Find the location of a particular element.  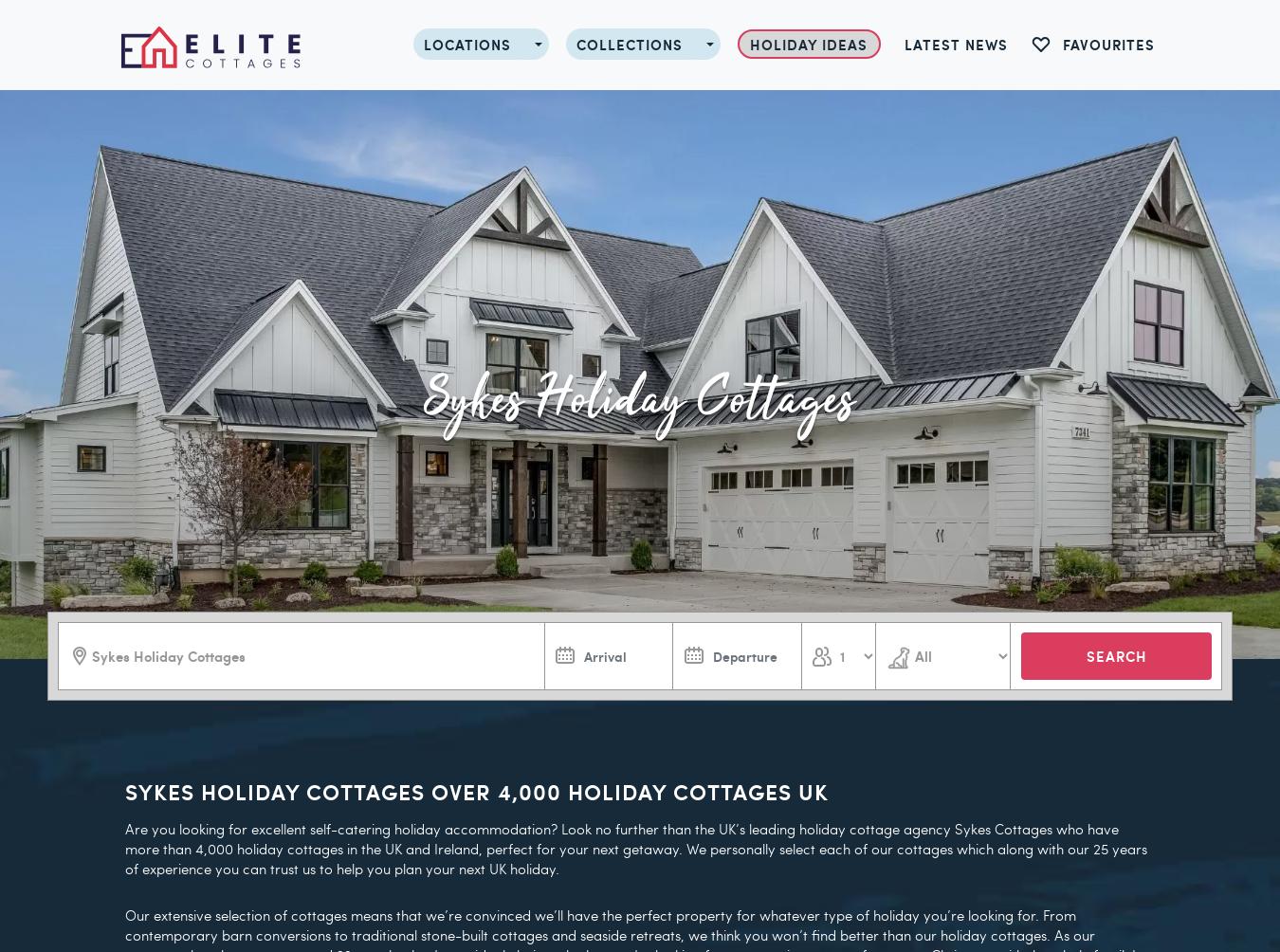

'Bedrooms
                                4' is located at coordinates (476, 538).